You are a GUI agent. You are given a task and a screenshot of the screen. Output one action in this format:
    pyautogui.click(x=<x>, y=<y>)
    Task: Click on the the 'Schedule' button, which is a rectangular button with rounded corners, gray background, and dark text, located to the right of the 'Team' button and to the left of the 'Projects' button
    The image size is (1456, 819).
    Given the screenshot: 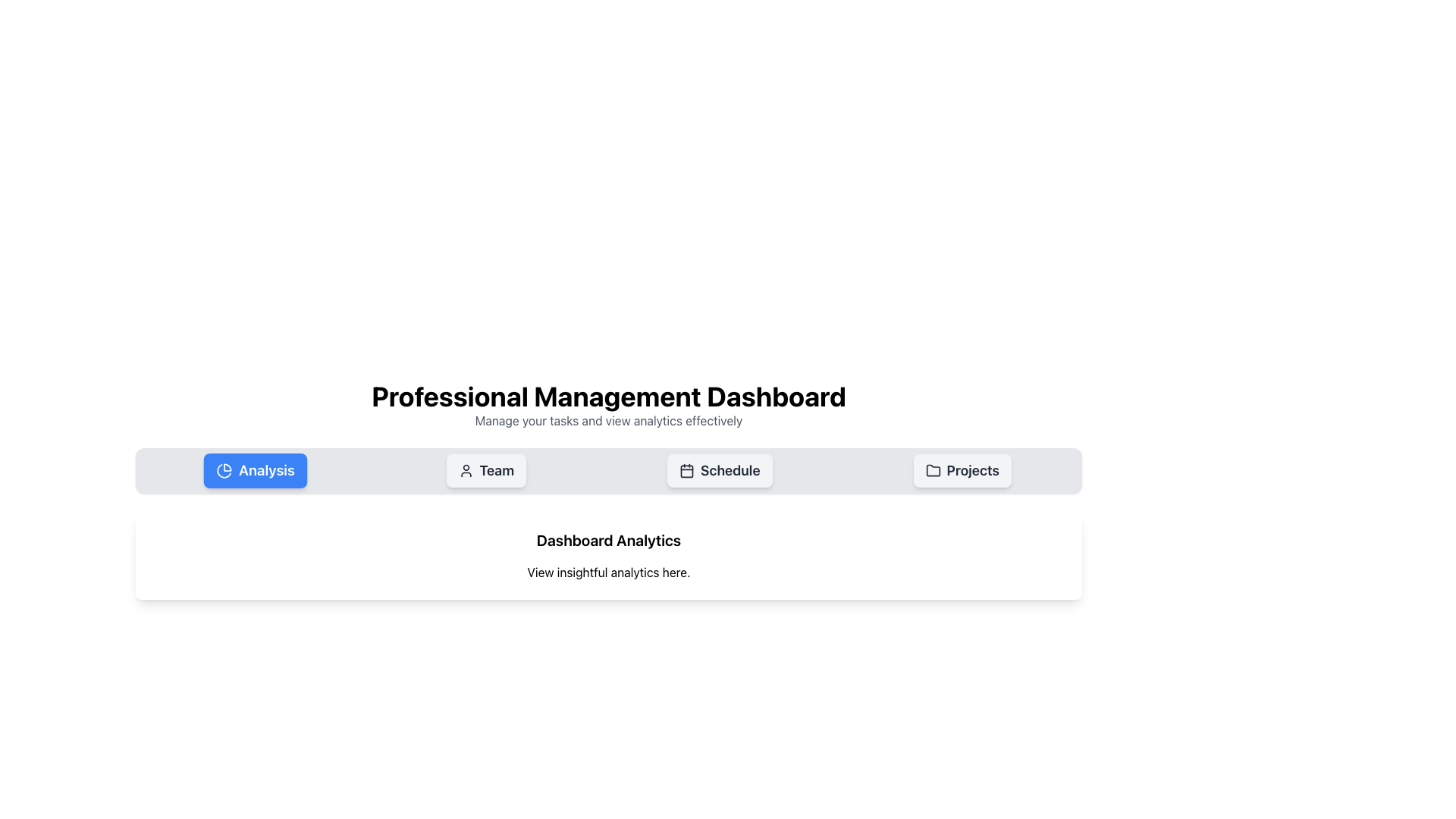 What is the action you would take?
    pyautogui.click(x=719, y=470)
    